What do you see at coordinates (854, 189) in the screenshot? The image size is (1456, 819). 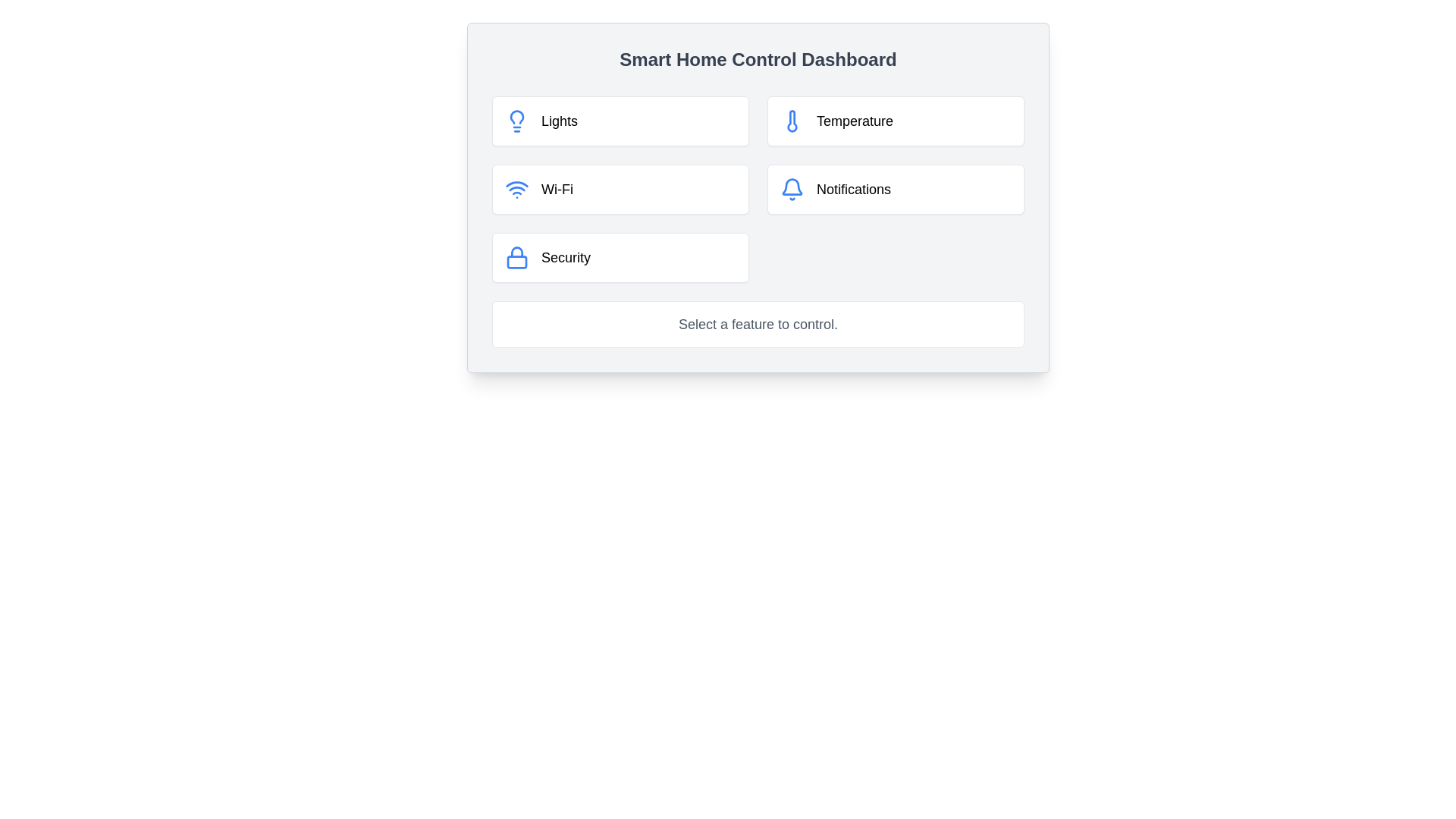 I see `the 'Notifications' text label, which is positioned in the right column of the interface, slightly below the 'Temperature' label and to the right of the bell icon` at bounding box center [854, 189].